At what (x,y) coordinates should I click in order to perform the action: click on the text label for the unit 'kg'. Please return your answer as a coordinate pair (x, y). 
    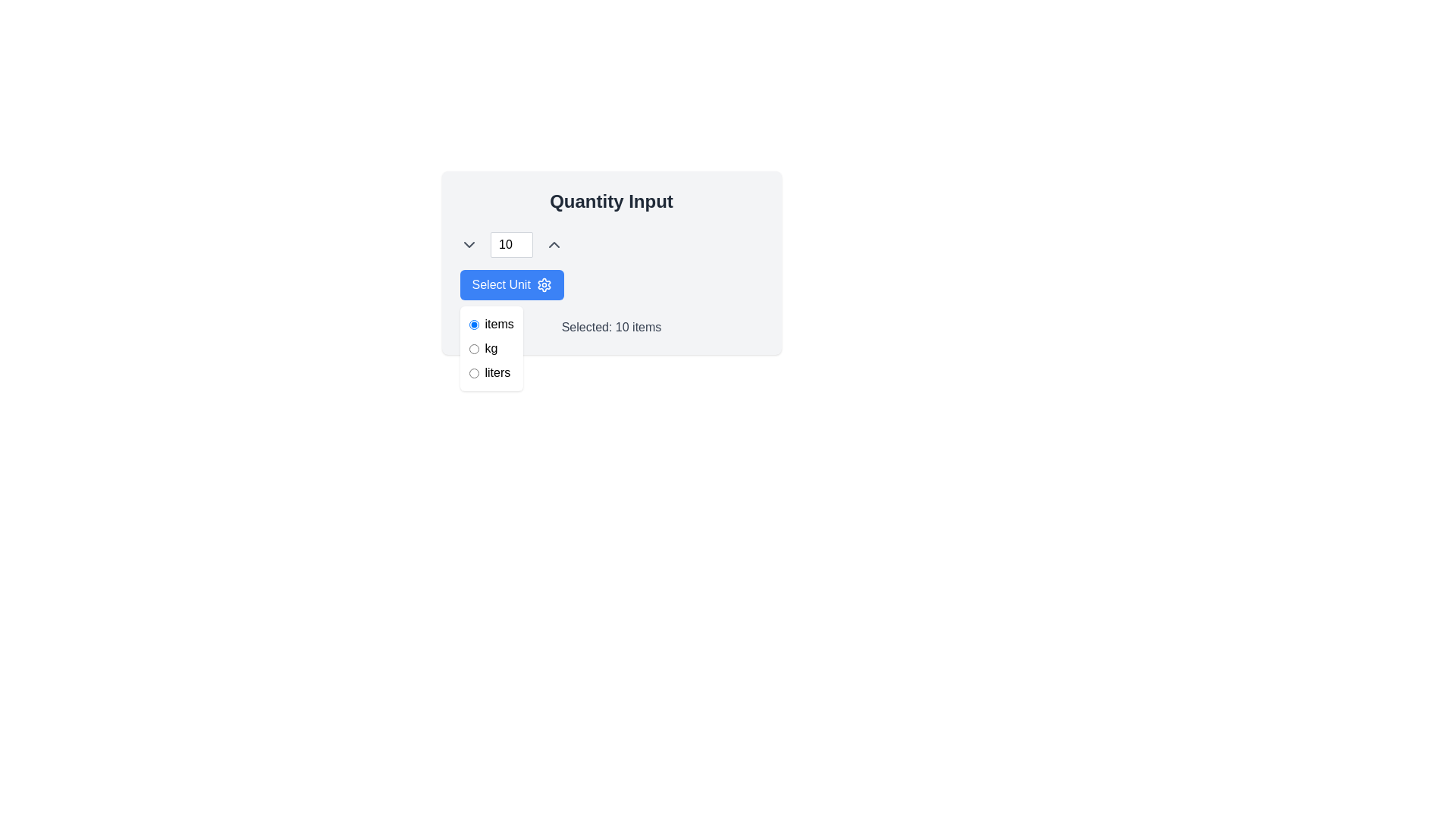
    Looking at the image, I should click on (491, 348).